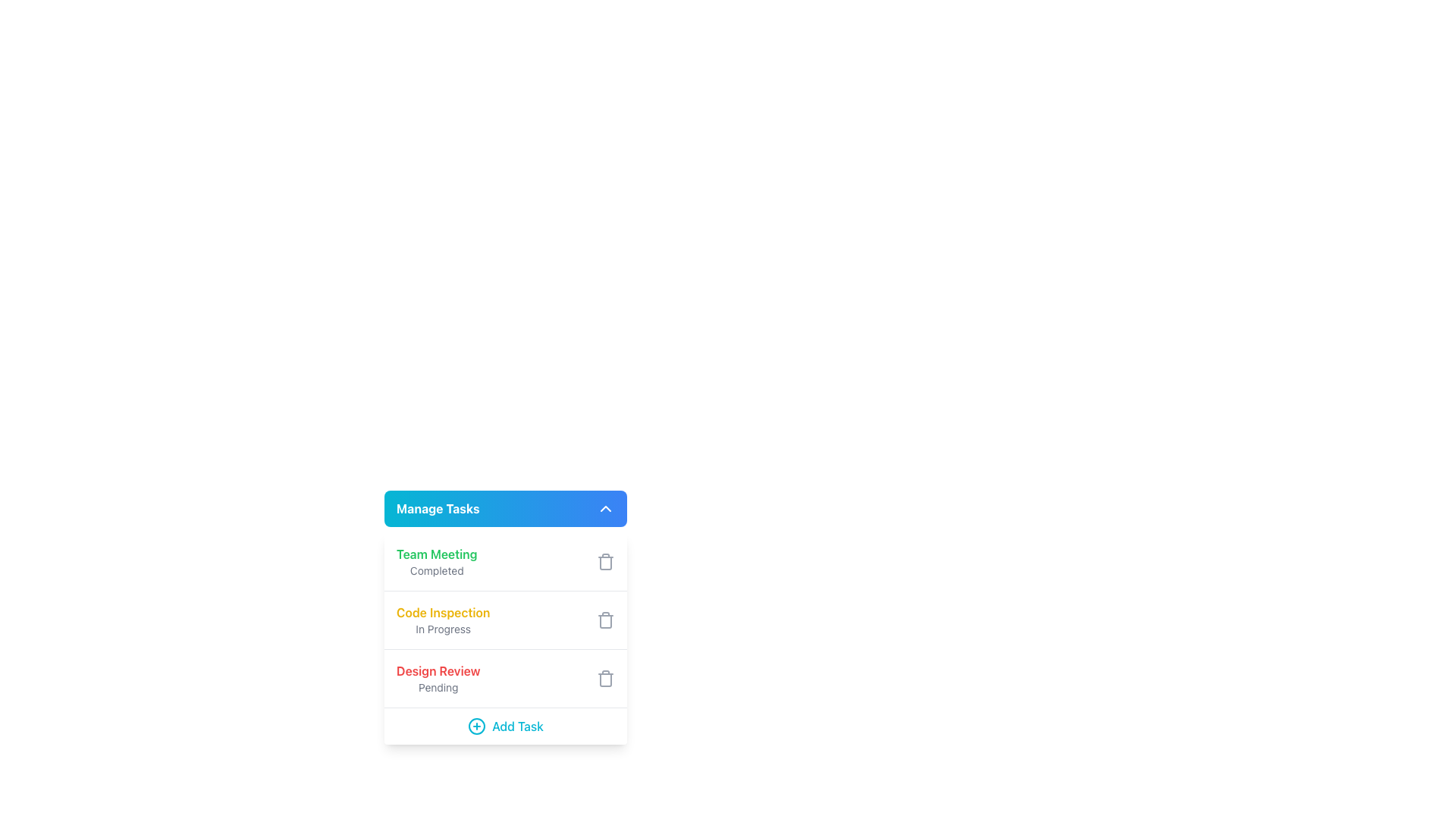 This screenshot has width=1456, height=819. What do you see at coordinates (438, 670) in the screenshot?
I see `the bold red text label reading 'Design Review' in the task management panel, which is located in the third row above the 'Pending' entry` at bounding box center [438, 670].